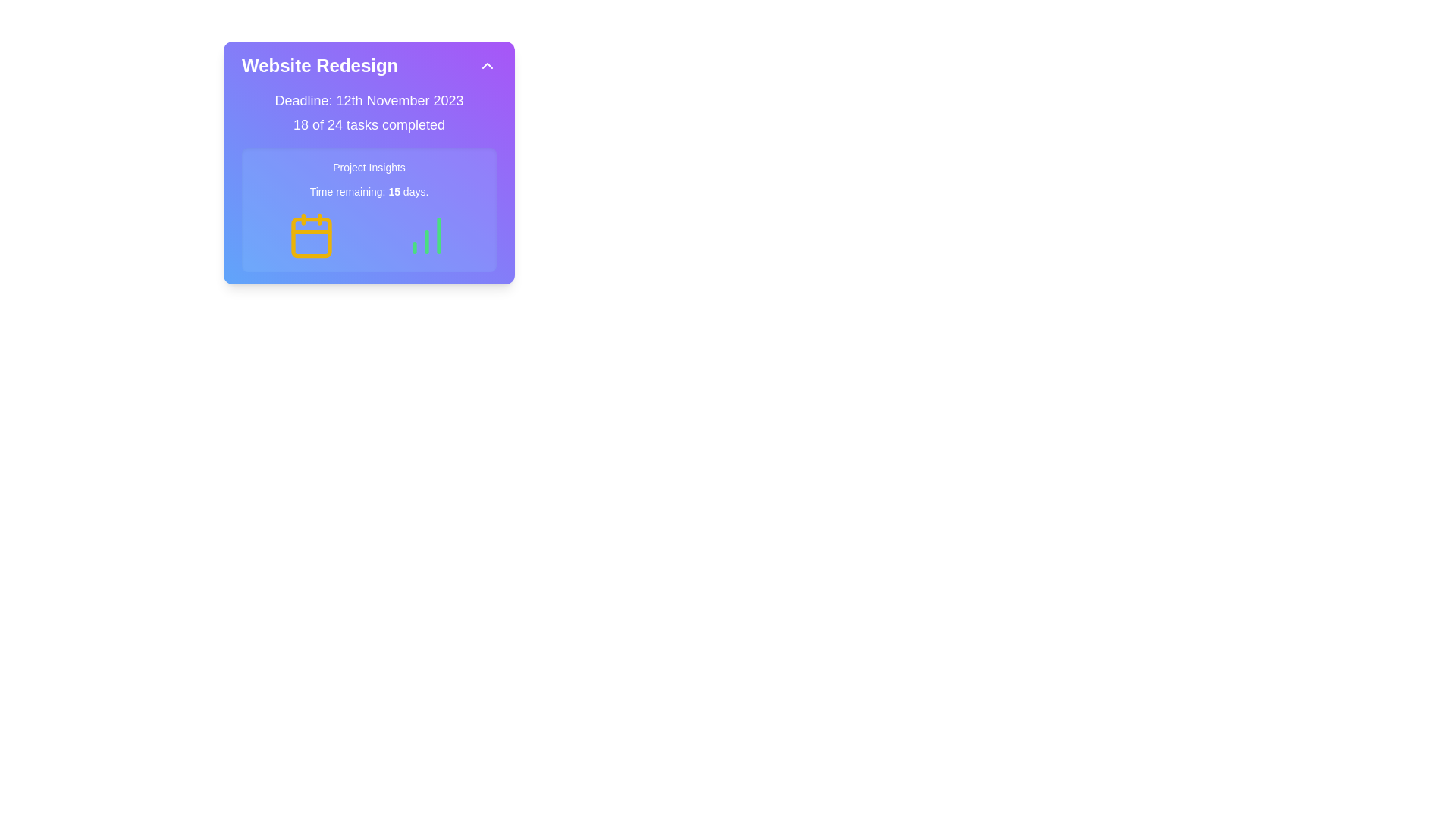  I want to click on the Information Panel containing the title 'Project Insights' with a light blue background and icons on either side, so click(369, 210).